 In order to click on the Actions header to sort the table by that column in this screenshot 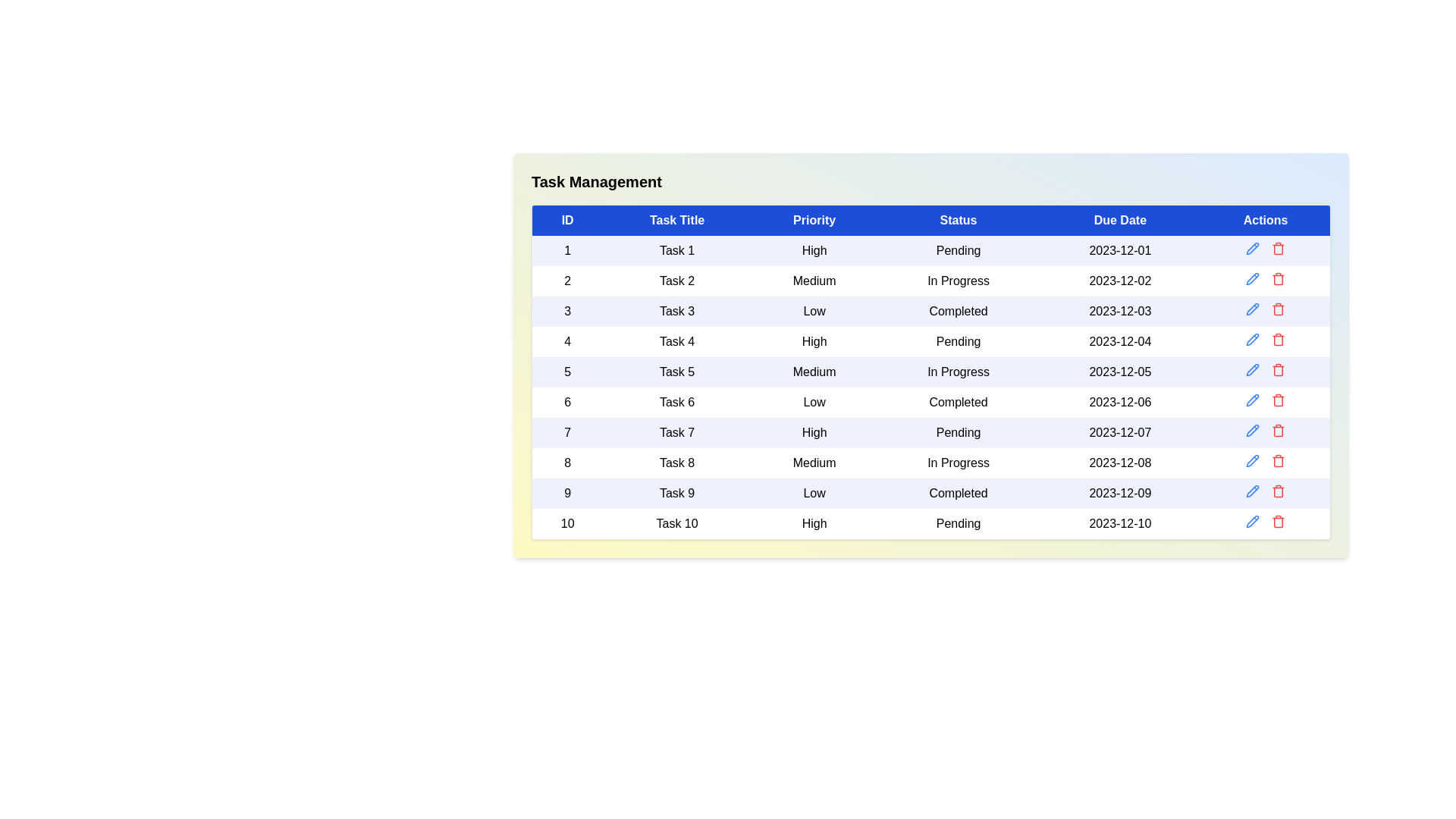, I will do `click(1266, 220)`.